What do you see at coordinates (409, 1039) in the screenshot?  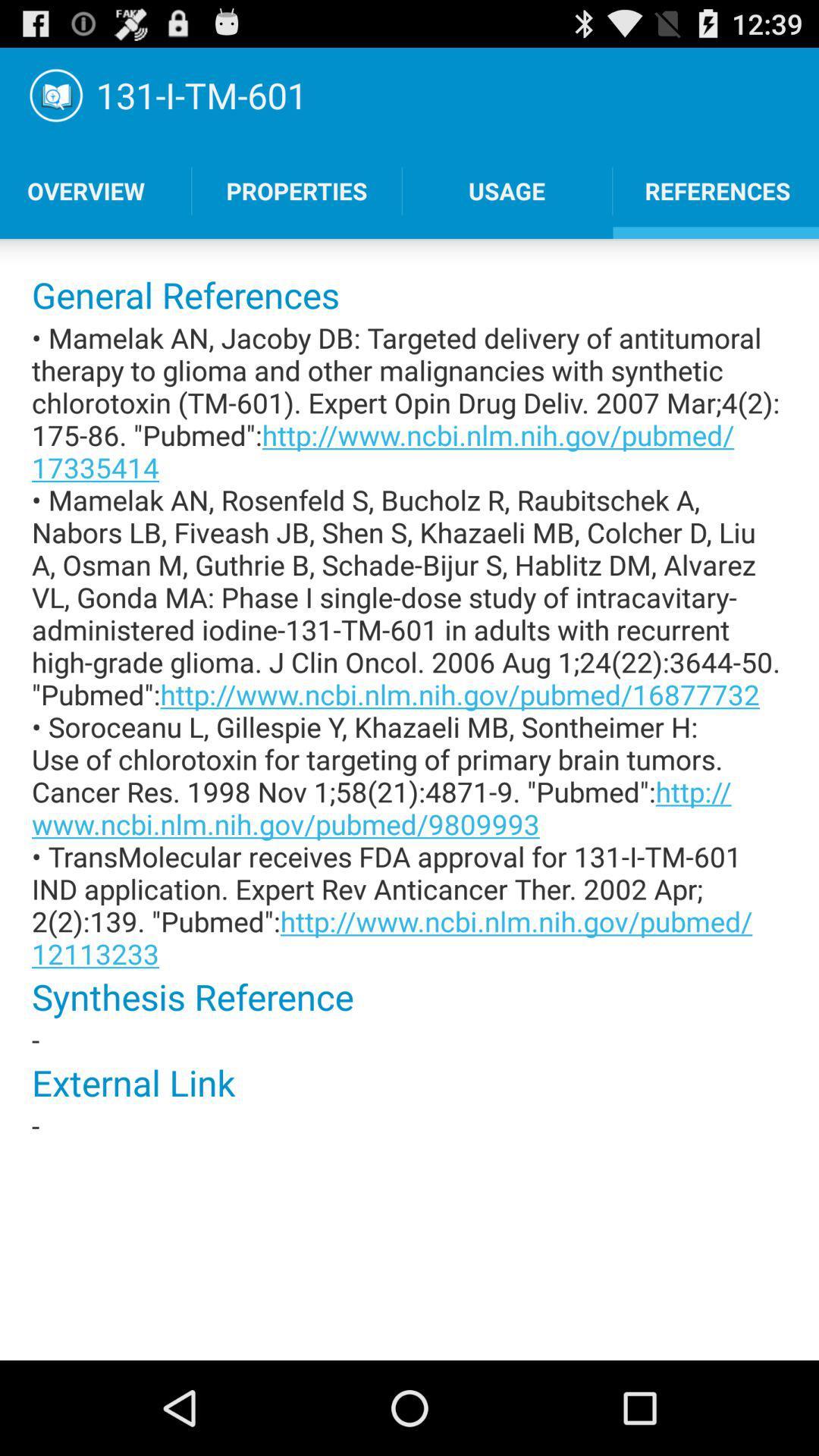 I see `the icon below synthesis reference` at bounding box center [409, 1039].